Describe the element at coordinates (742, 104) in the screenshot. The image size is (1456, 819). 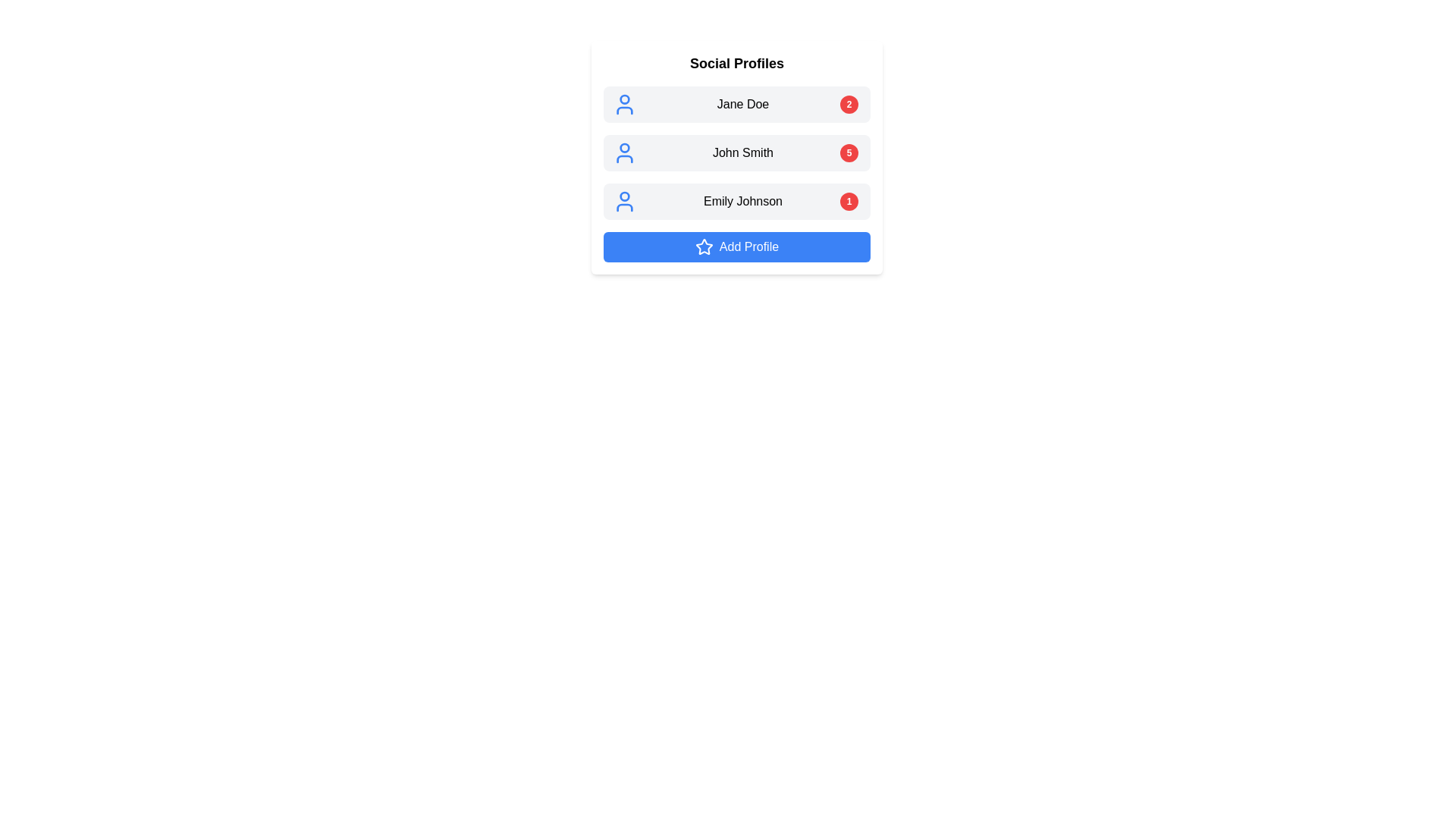
I see `the text label that identifies a specific user profile, located between a blue user icon and a red badge with the number '2'` at that location.